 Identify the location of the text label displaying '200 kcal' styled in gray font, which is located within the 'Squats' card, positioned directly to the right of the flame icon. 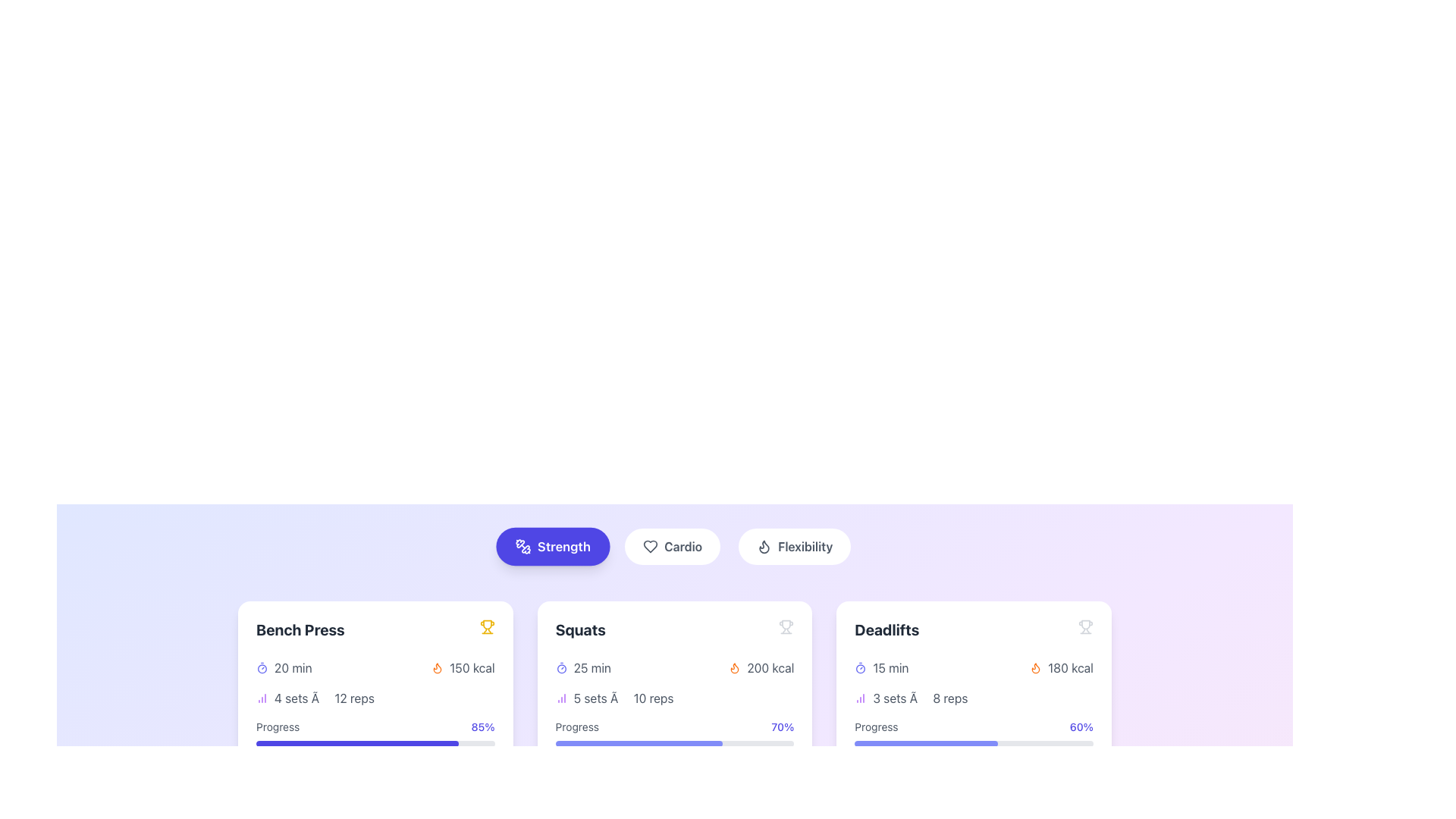
(770, 667).